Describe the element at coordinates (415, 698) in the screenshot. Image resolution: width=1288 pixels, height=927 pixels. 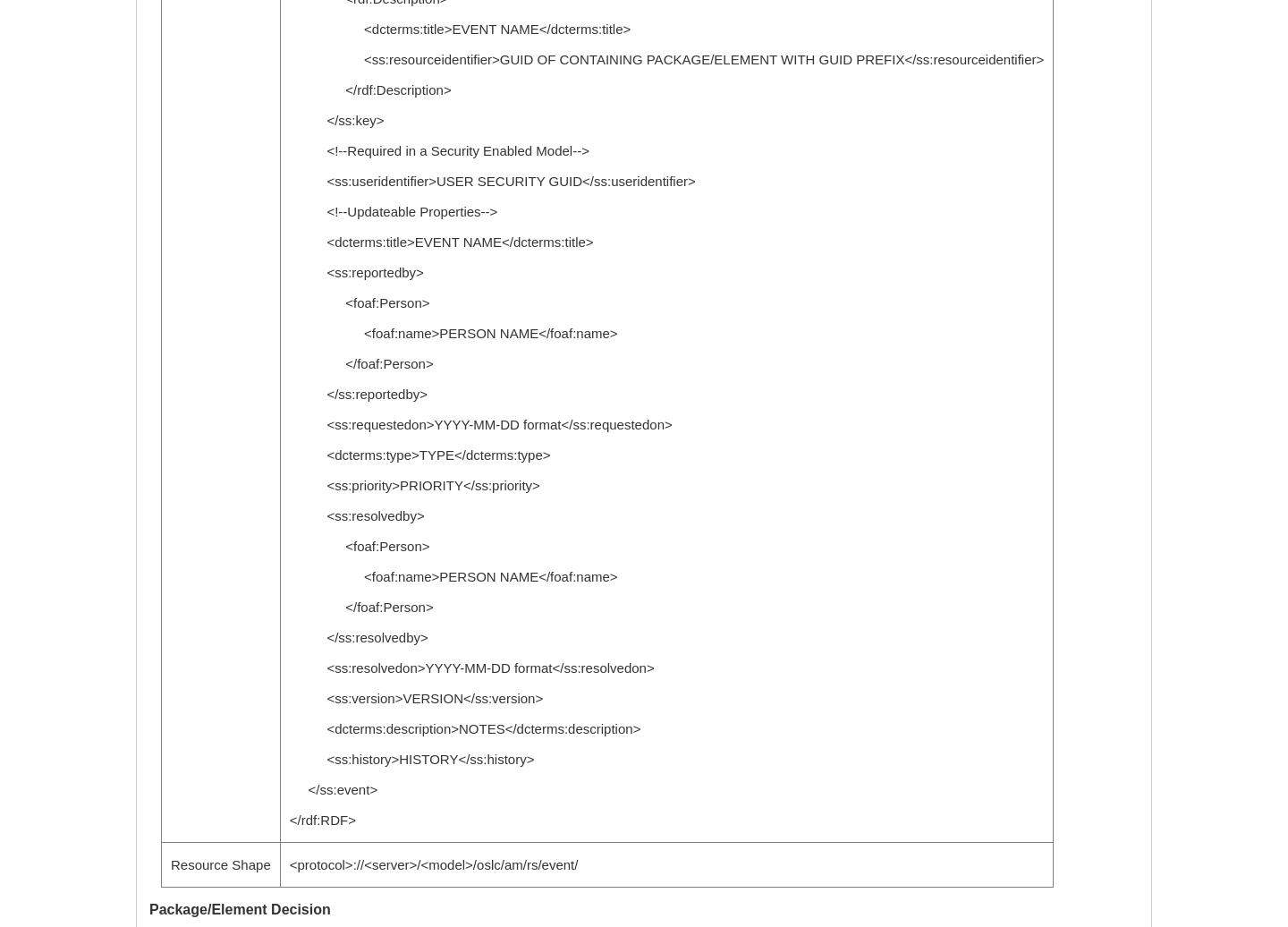
I see `'<ss:version>VERSION</ss:version>'` at that location.